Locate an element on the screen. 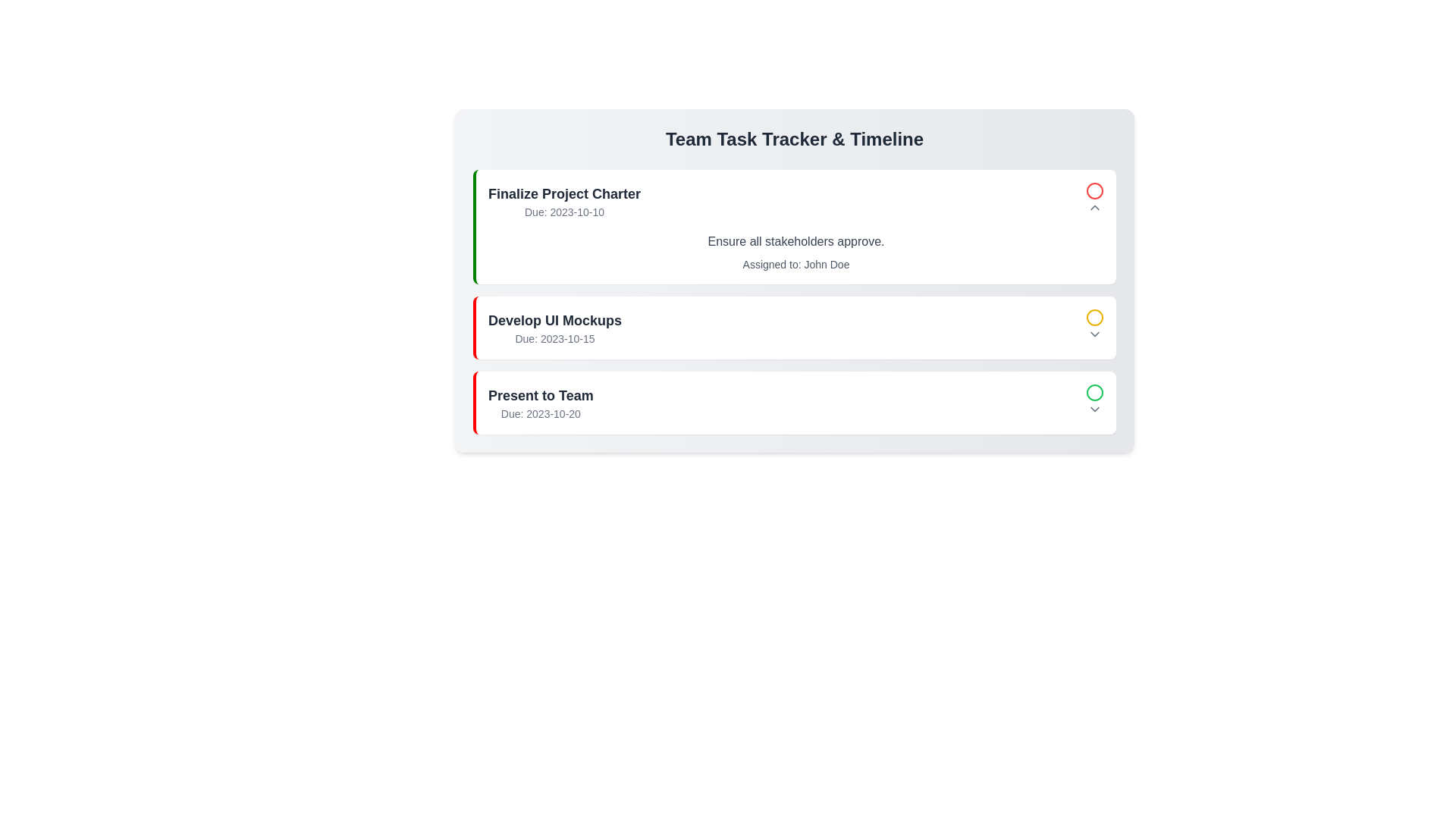 Image resolution: width=1456 pixels, height=819 pixels. the green circular icon representing a completed task with a downward-pointing gray arrow, located at the right edge of the 'Present to Team' task card, which is the third task in the list is located at coordinates (1095, 402).